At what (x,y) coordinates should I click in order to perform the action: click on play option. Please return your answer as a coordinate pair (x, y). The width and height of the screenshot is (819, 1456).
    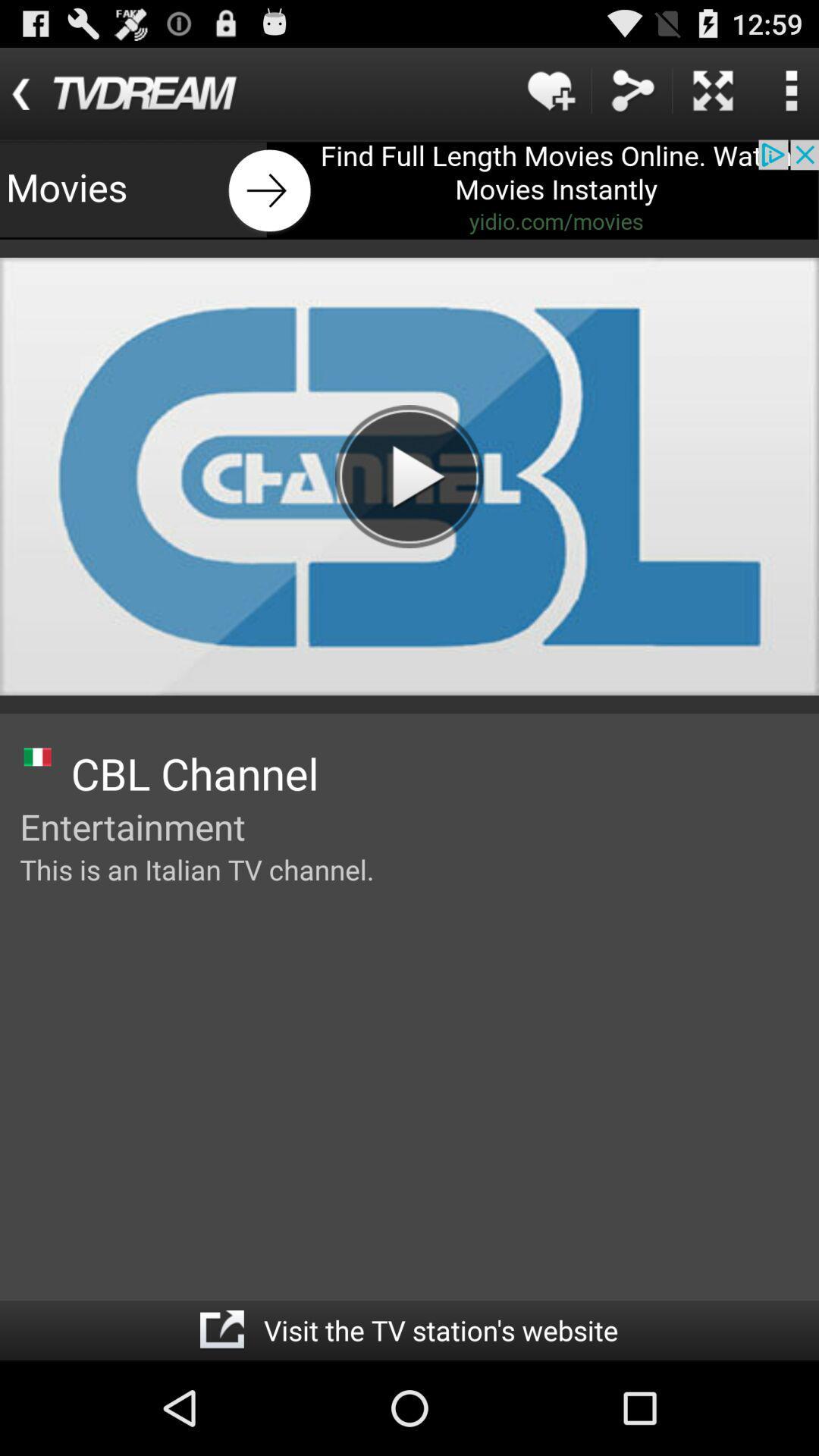
    Looking at the image, I should click on (408, 475).